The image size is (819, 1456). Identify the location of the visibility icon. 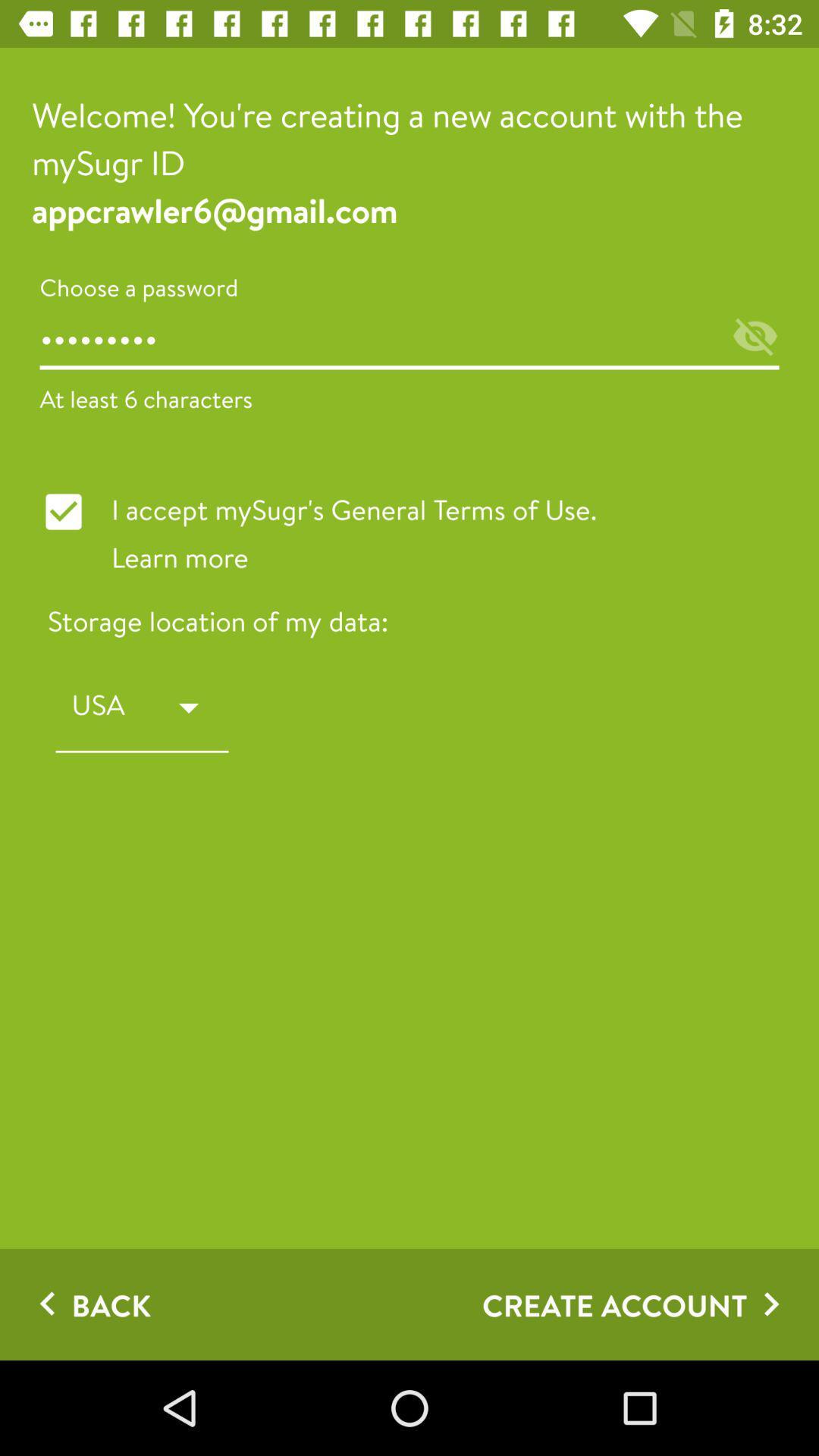
(755, 337).